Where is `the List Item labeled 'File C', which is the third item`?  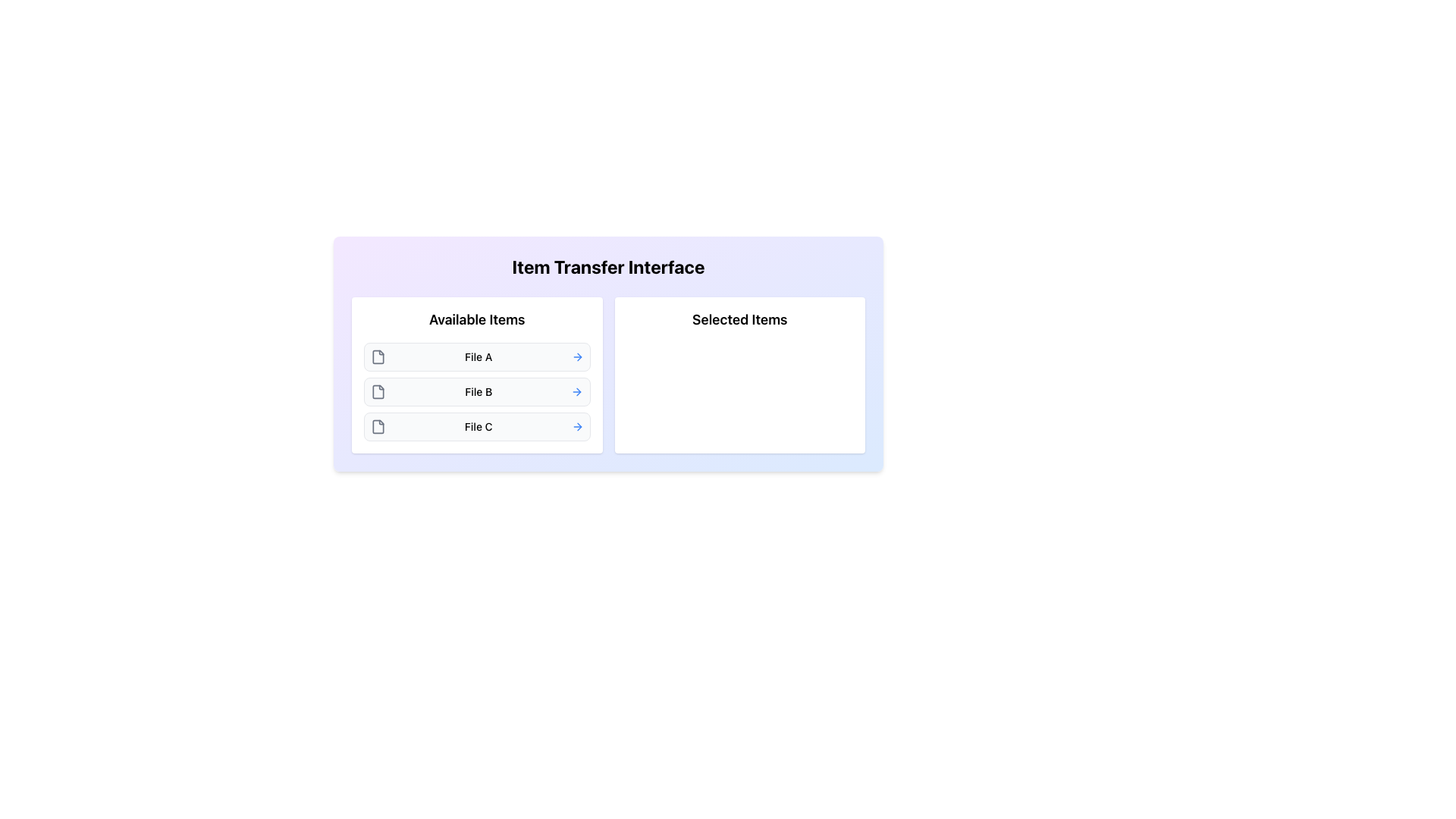 the List Item labeled 'File C', which is the third item is located at coordinates (476, 427).